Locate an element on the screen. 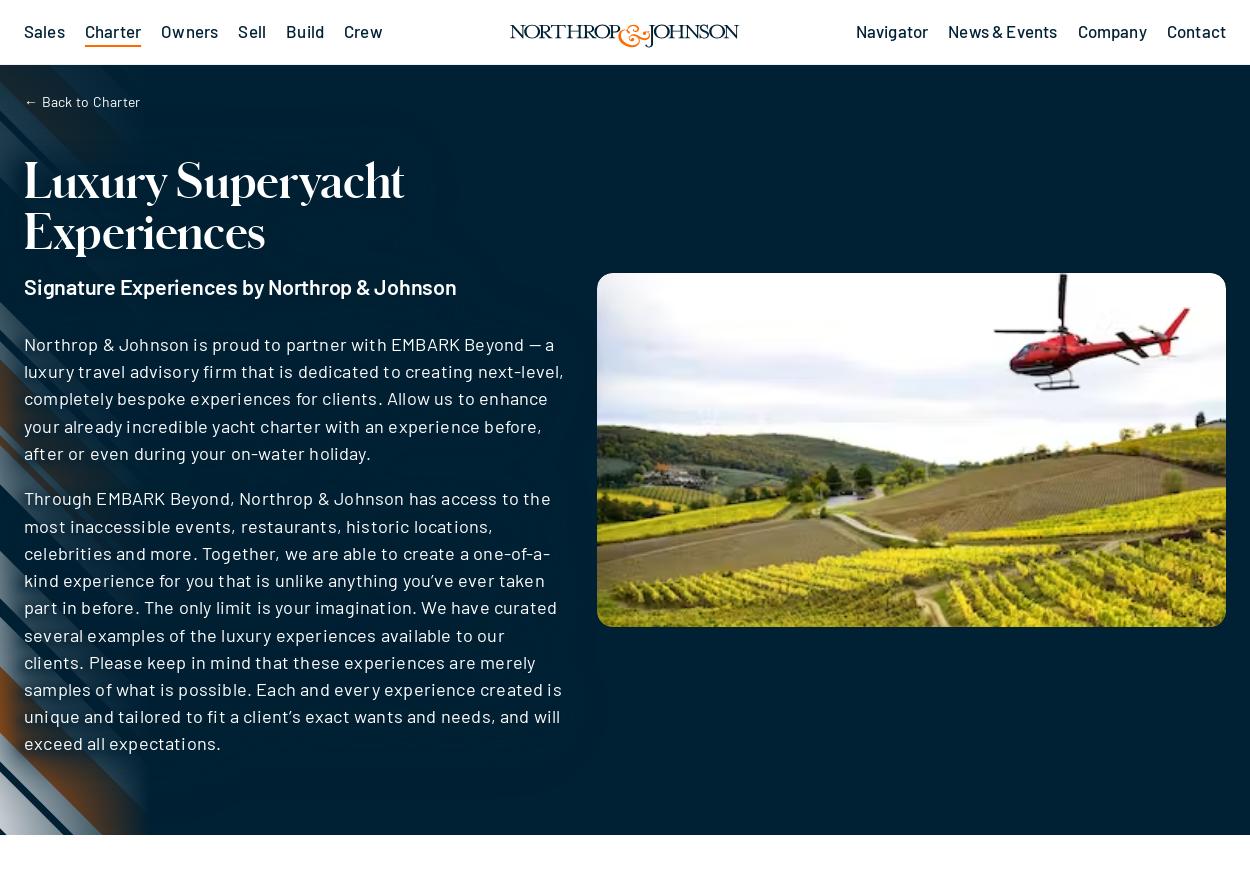  'Navigator' is located at coordinates (891, 30).